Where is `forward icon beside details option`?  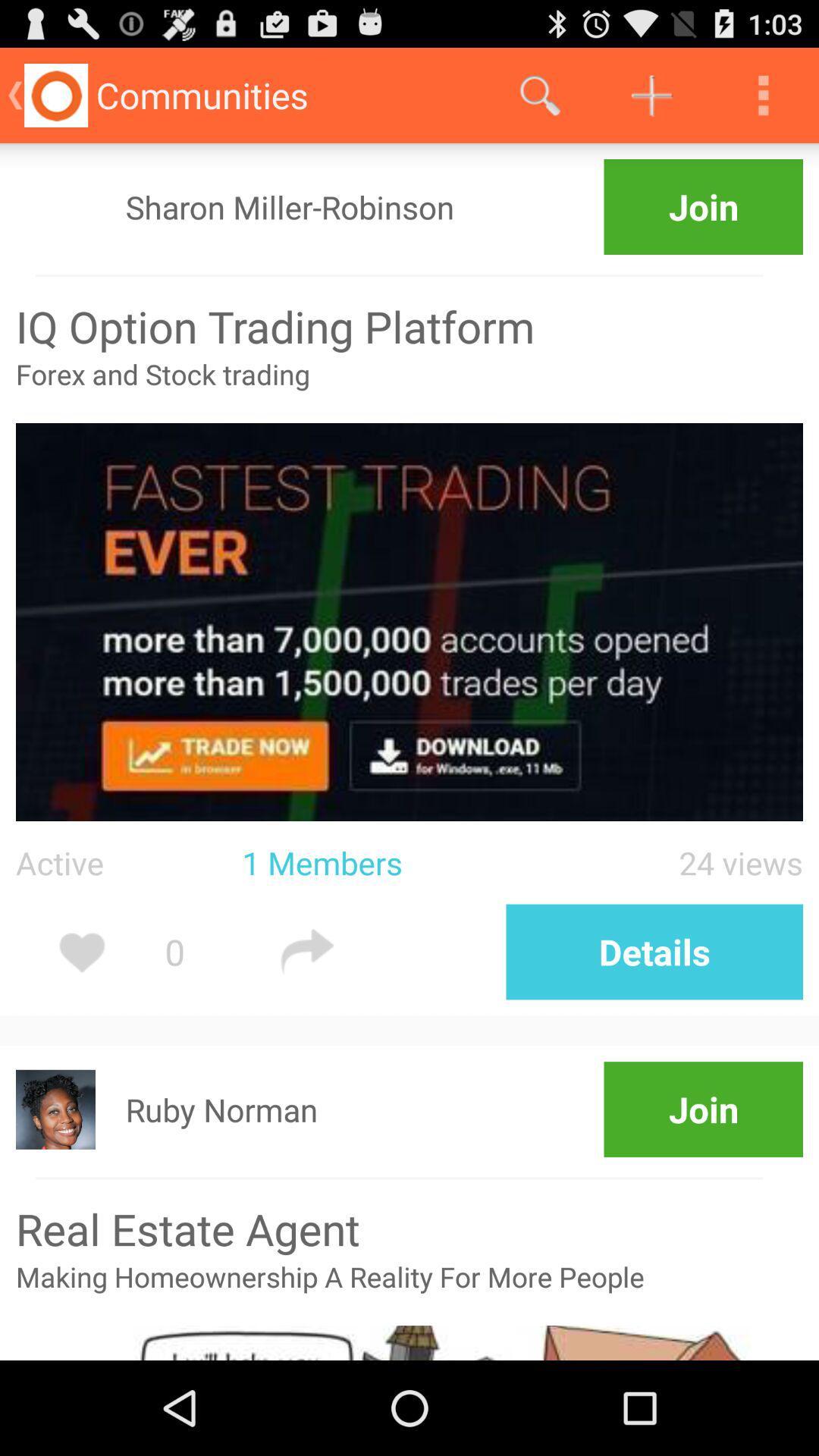
forward icon beside details option is located at coordinates (393, 952).